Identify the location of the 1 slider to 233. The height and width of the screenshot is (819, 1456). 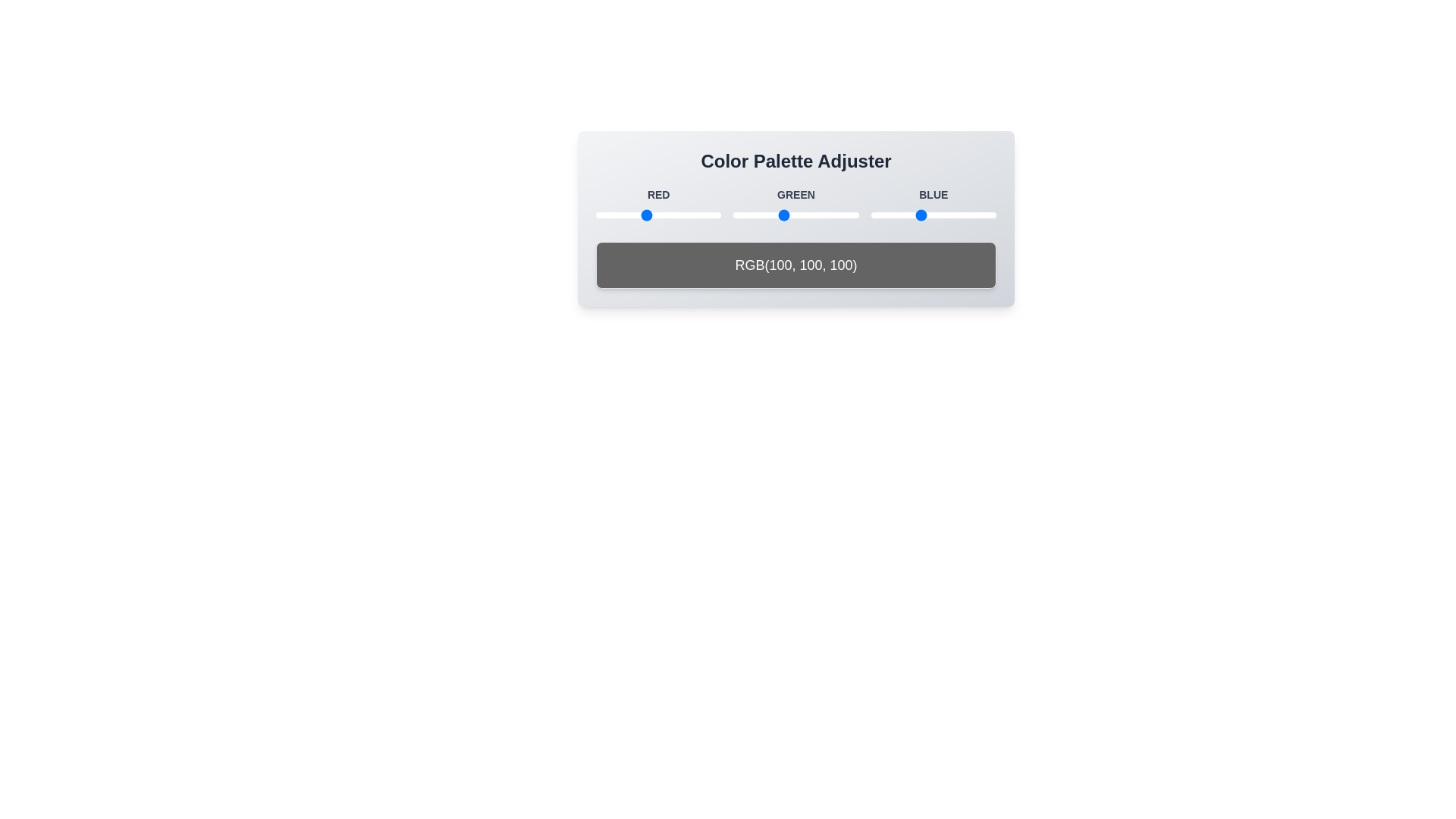
(710, 215).